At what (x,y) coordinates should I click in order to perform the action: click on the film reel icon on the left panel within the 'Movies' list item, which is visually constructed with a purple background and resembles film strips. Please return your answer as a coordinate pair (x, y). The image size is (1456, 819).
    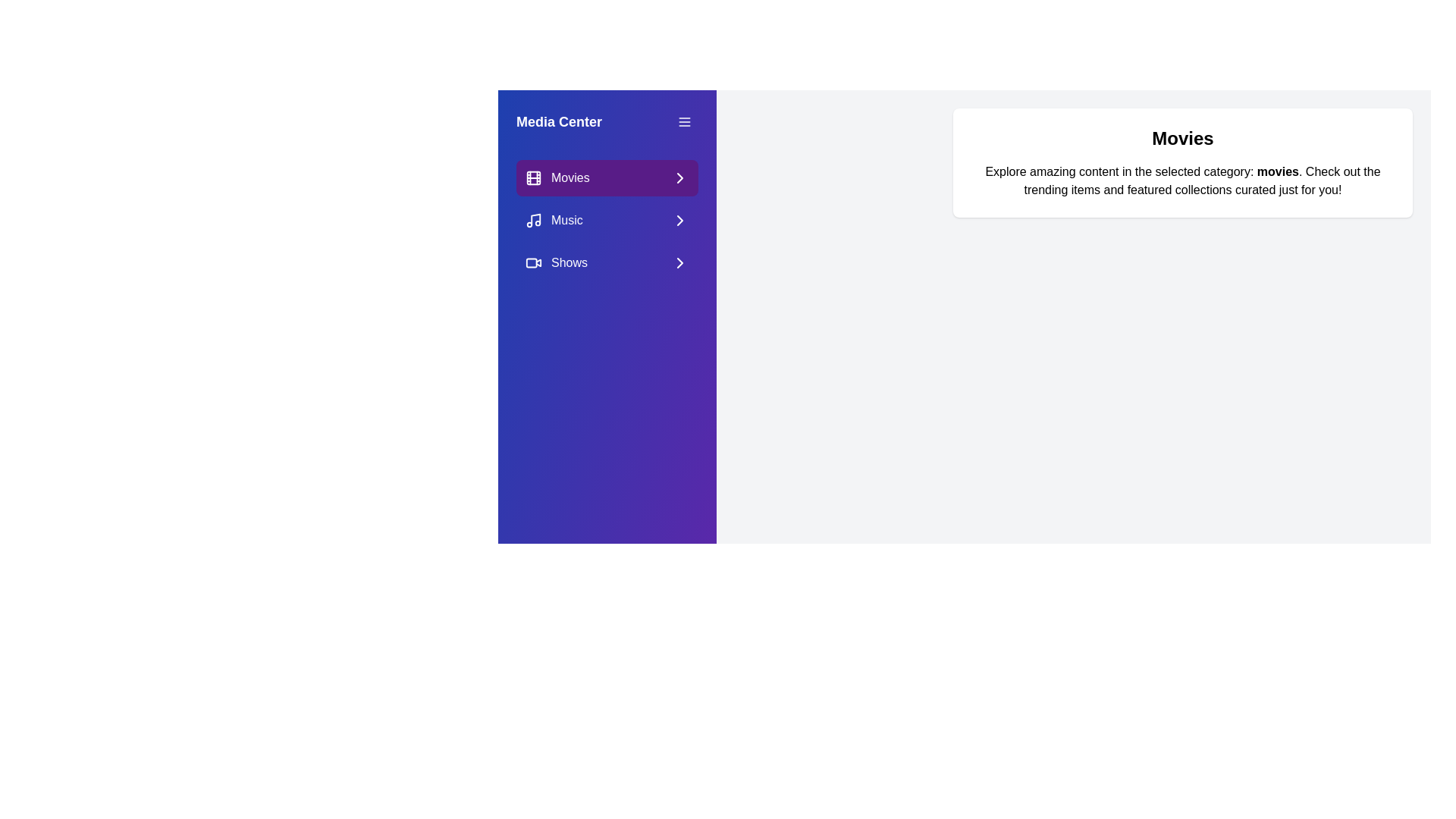
    Looking at the image, I should click on (534, 177).